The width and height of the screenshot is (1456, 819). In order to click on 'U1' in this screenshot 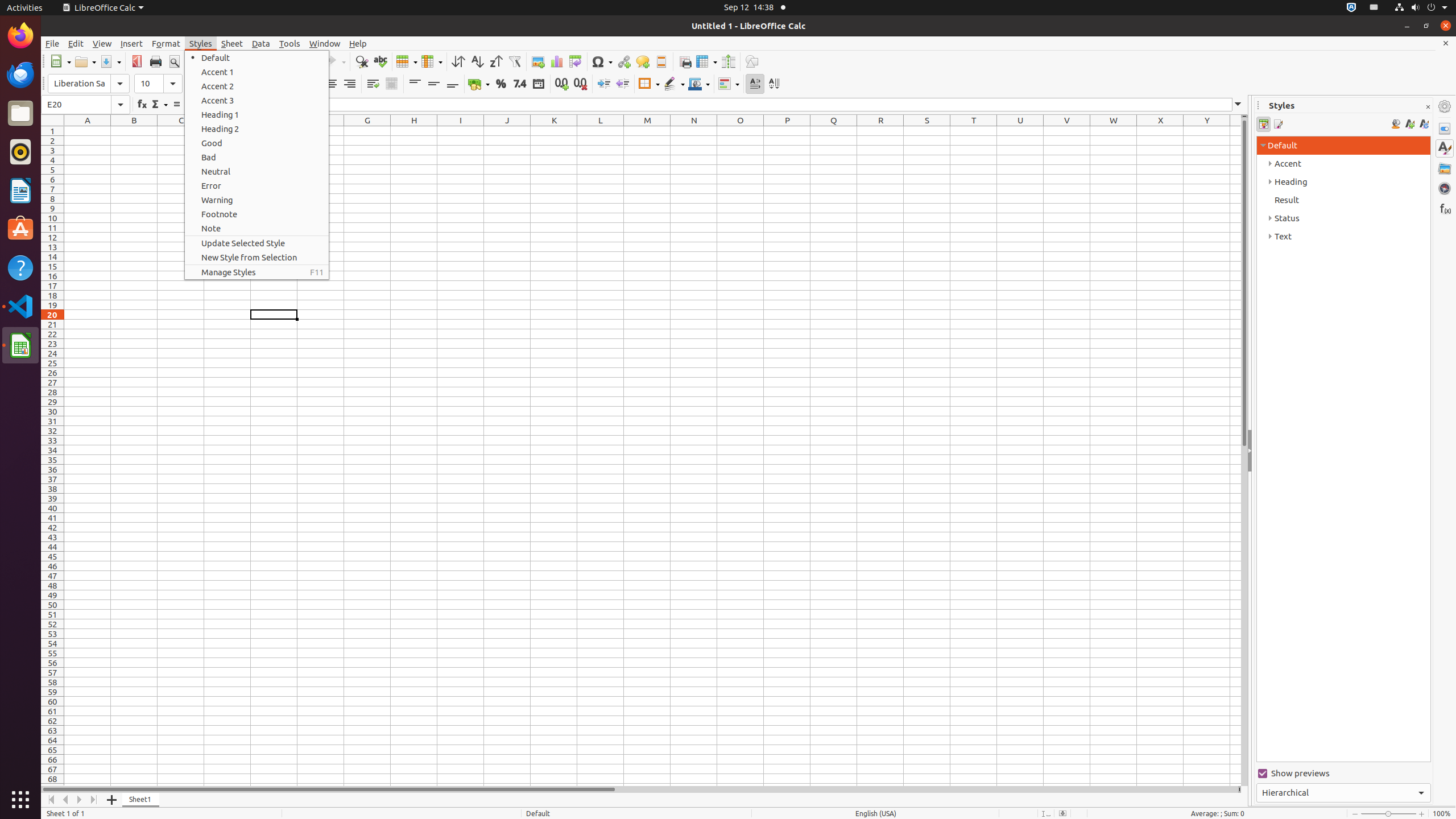, I will do `click(1020, 130)`.